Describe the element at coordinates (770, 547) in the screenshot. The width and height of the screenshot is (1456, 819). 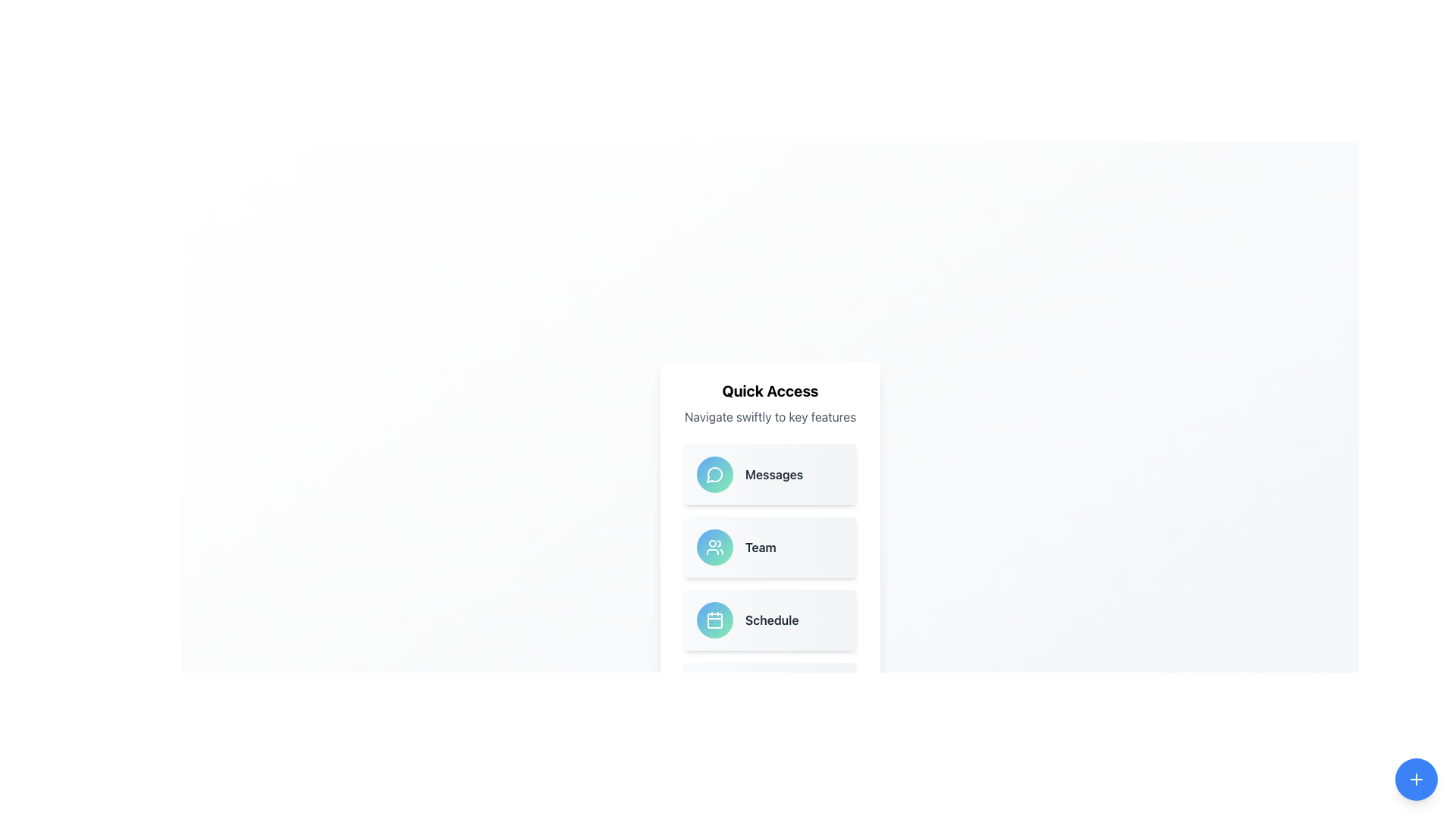
I see `the 'Team' navigation option in the Quick Access panel, which features a gradient box with a circular icon of two persons` at that location.